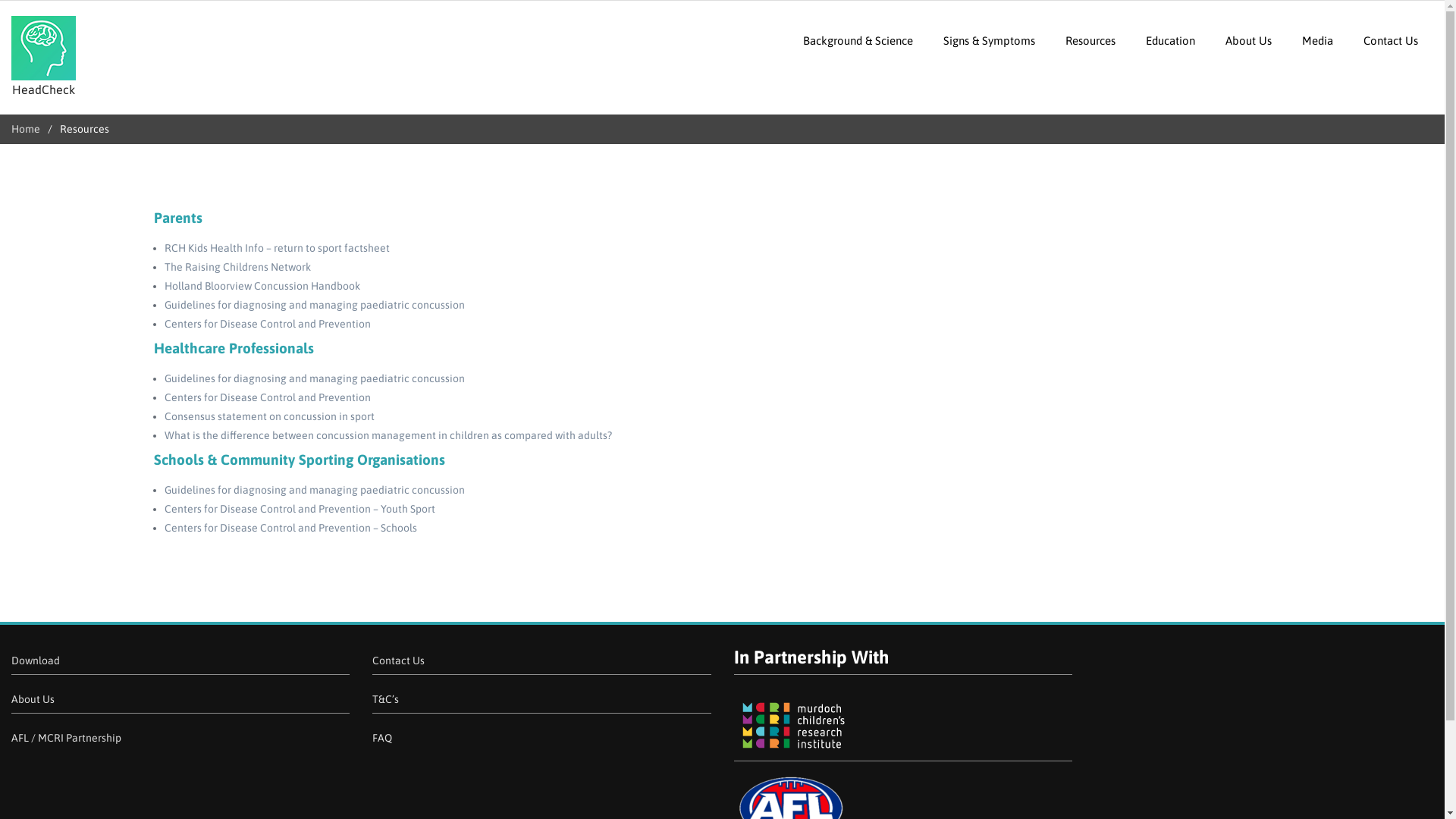 This screenshot has height=819, width=1456. What do you see at coordinates (1390, 39) in the screenshot?
I see `'Contact Us'` at bounding box center [1390, 39].